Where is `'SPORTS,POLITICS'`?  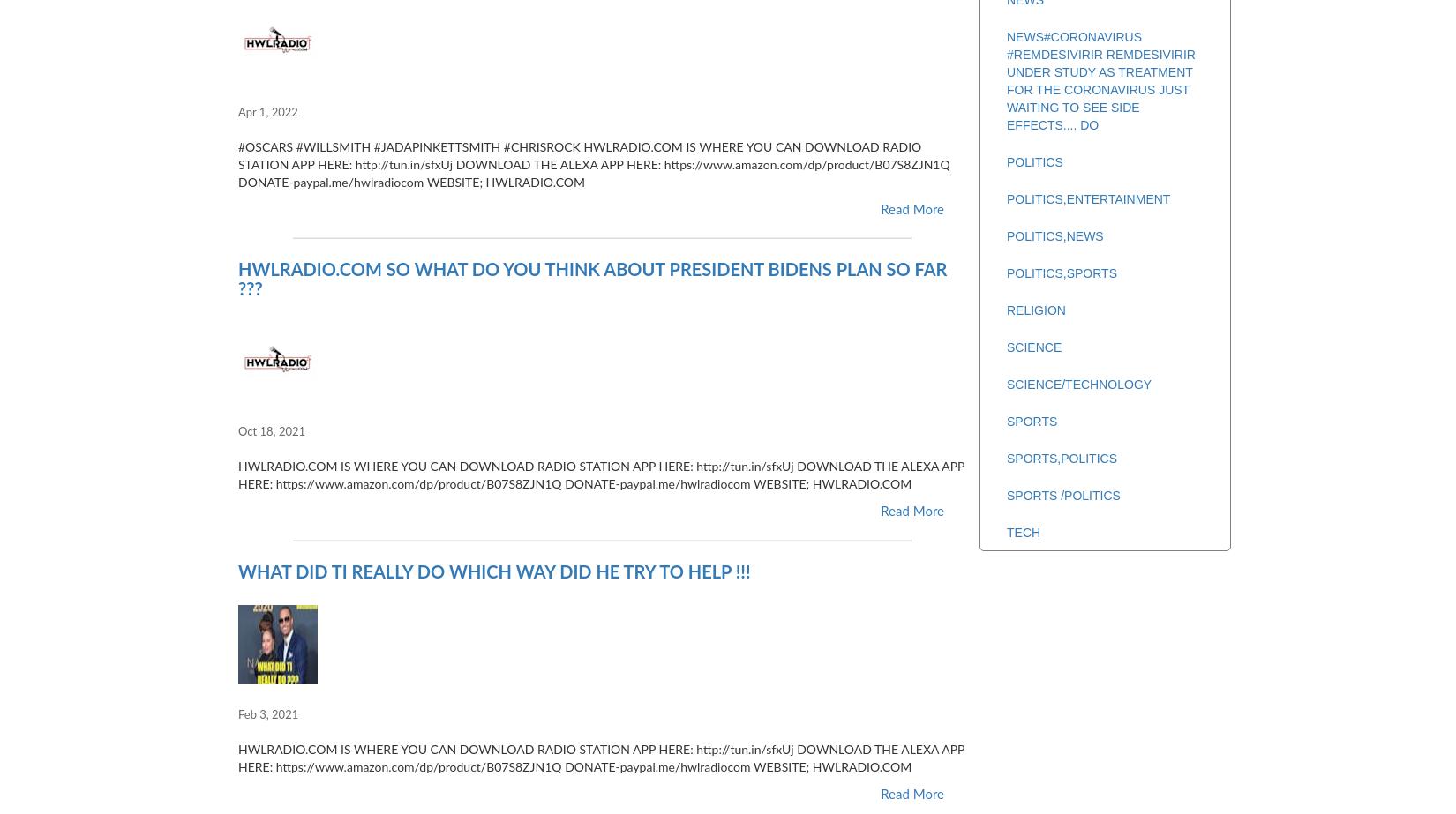 'SPORTS,POLITICS' is located at coordinates (1062, 458).